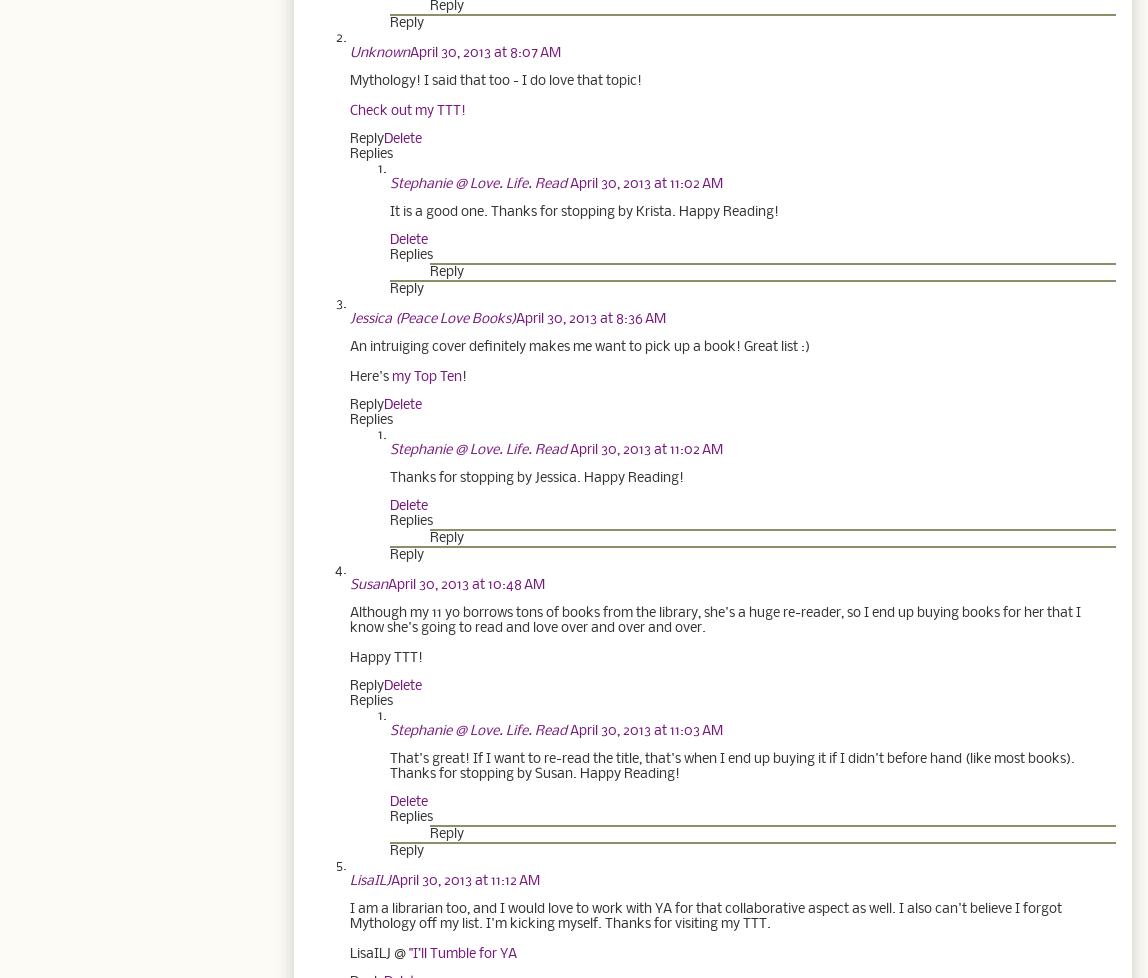 The image size is (1148, 978). What do you see at coordinates (466, 584) in the screenshot?
I see `'April 30, 2013 at 10:48 AM'` at bounding box center [466, 584].